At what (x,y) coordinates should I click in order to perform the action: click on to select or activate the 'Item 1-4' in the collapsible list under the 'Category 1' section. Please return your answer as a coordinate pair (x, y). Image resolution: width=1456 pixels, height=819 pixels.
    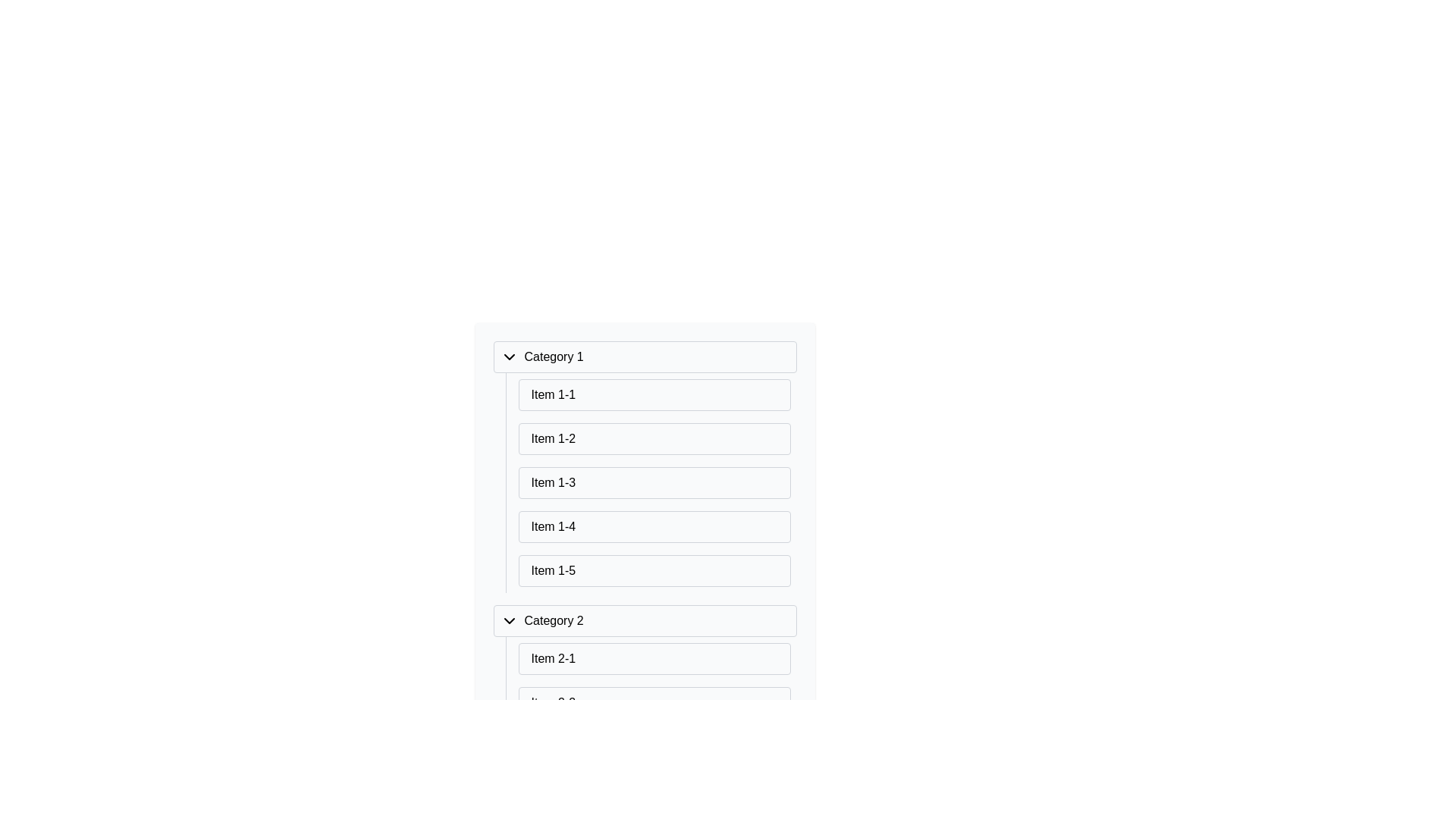
    Looking at the image, I should click on (654, 526).